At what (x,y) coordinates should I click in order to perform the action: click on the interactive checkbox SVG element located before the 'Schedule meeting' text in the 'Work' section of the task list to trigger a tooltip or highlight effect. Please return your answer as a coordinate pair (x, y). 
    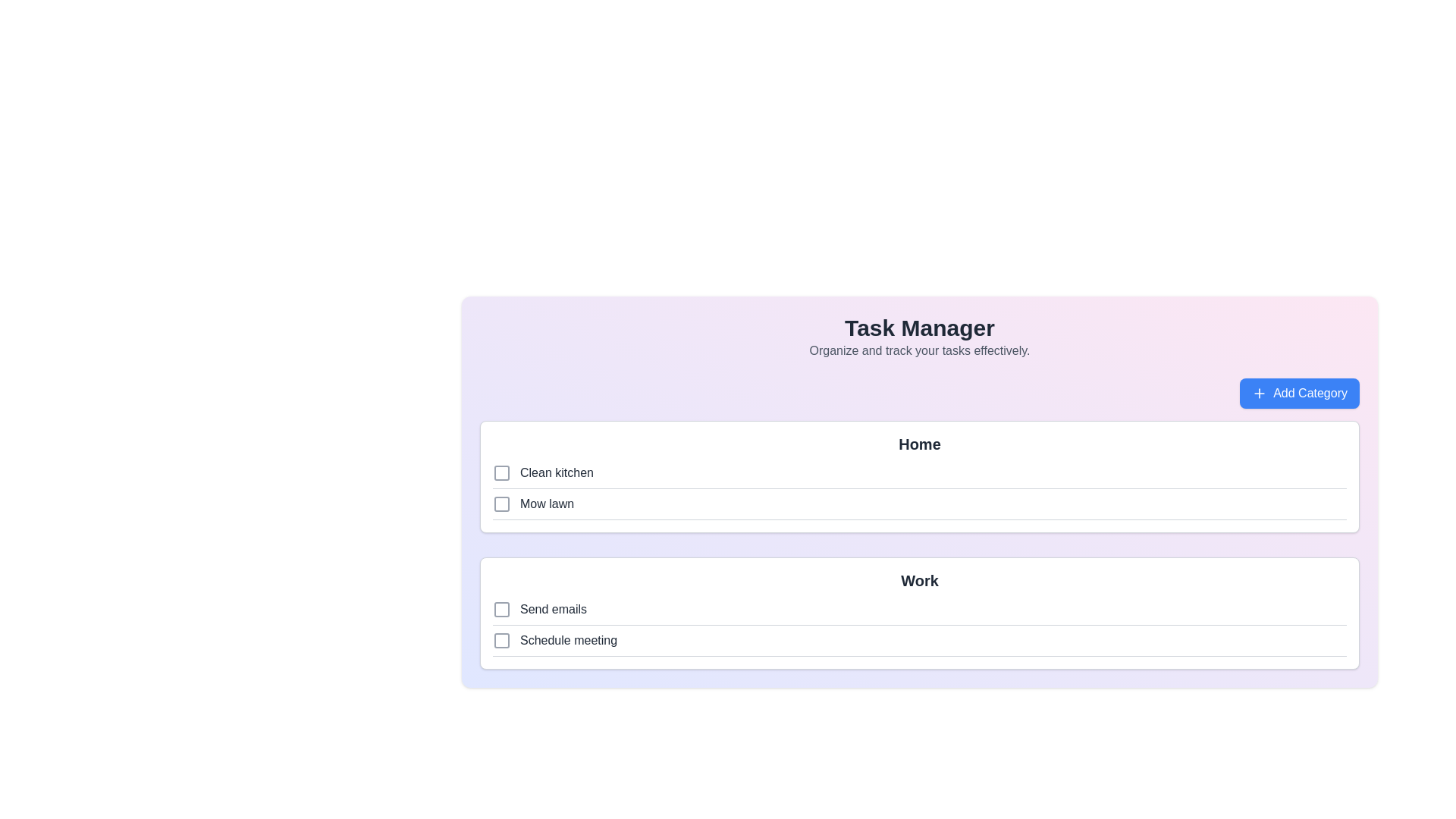
    Looking at the image, I should click on (502, 640).